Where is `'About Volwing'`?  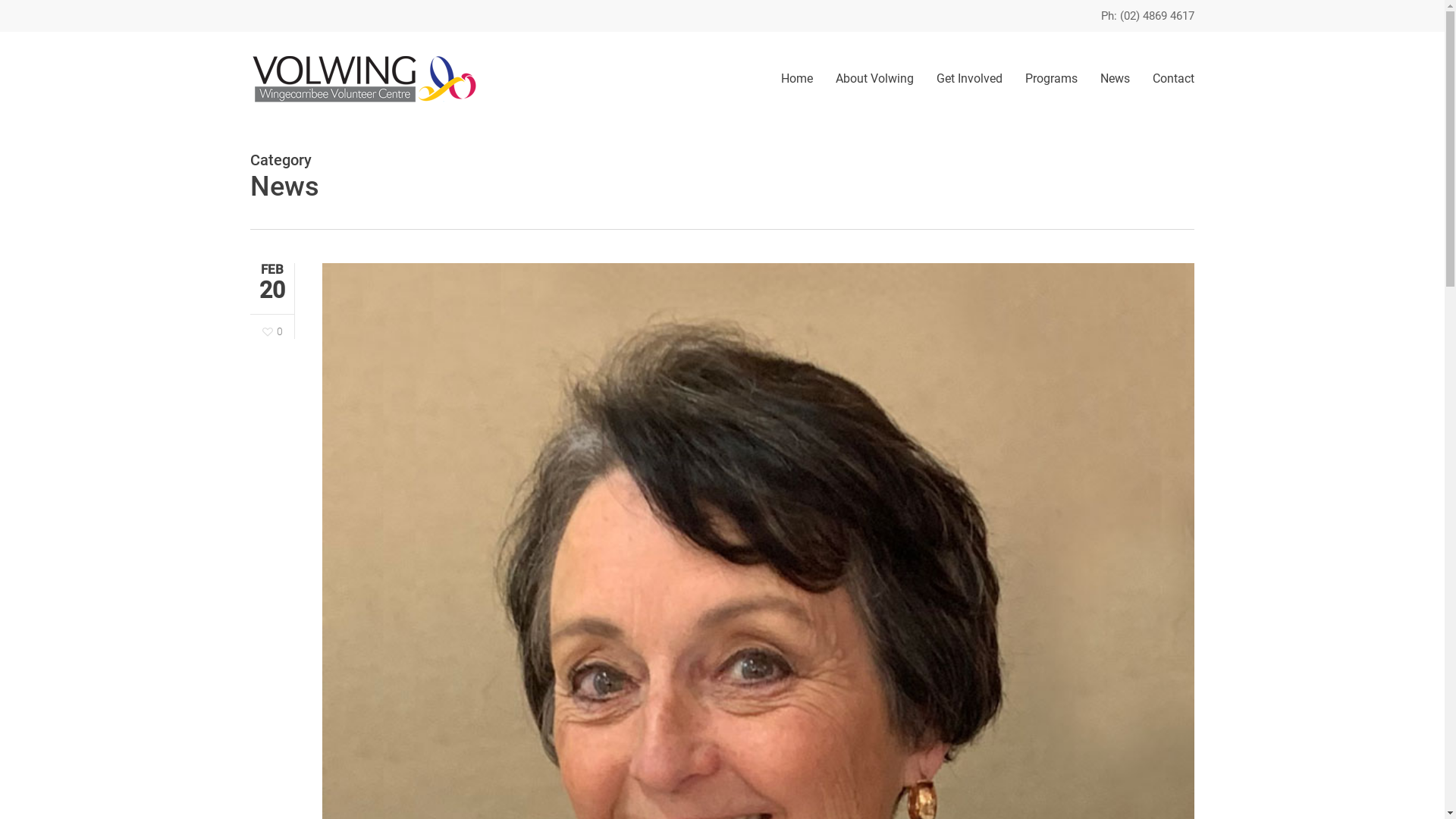 'About Volwing' is located at coordinates (874, 78).